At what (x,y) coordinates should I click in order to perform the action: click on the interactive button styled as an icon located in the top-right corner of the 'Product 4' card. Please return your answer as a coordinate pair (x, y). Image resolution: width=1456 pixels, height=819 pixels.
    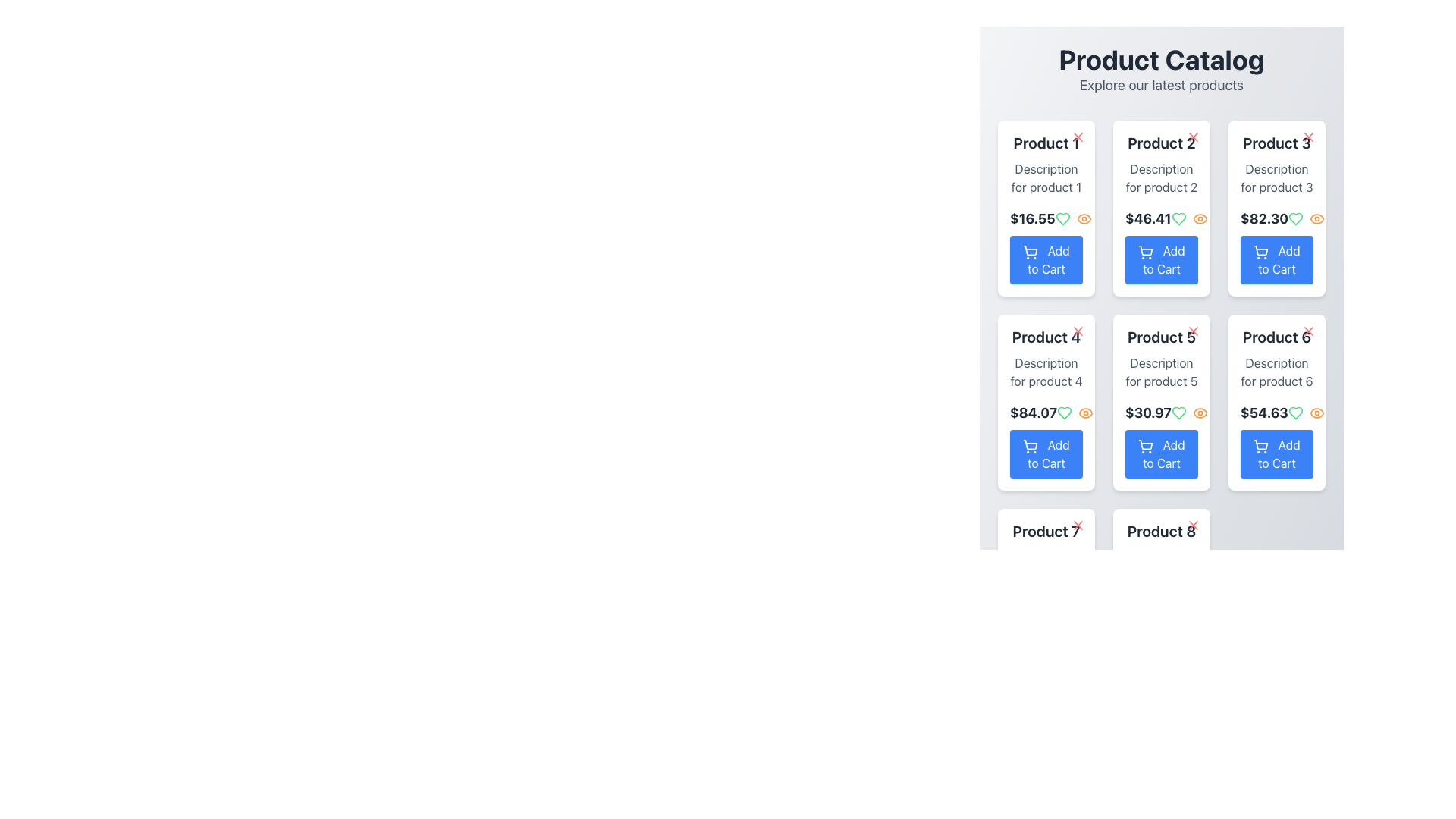
    Looking at the image, I should click on (1077, 330).